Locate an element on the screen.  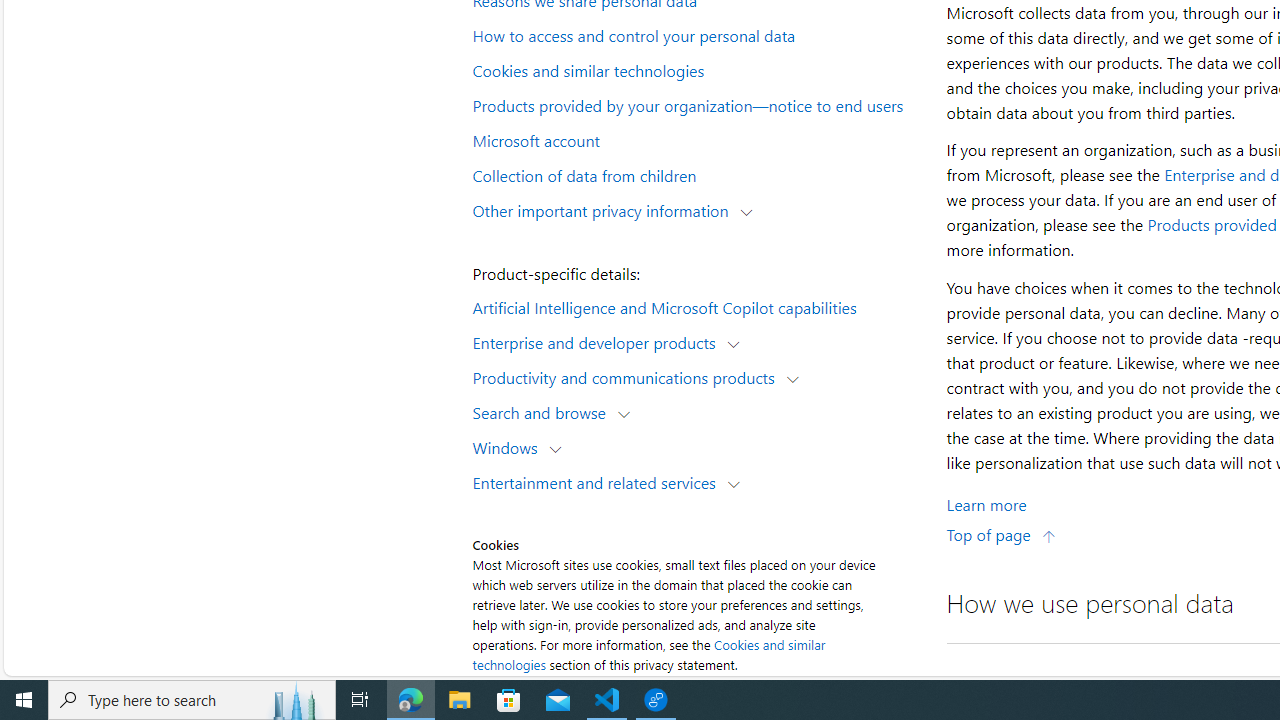
'Learn More about Personal data we collect' is located at coordinates (986, 503).